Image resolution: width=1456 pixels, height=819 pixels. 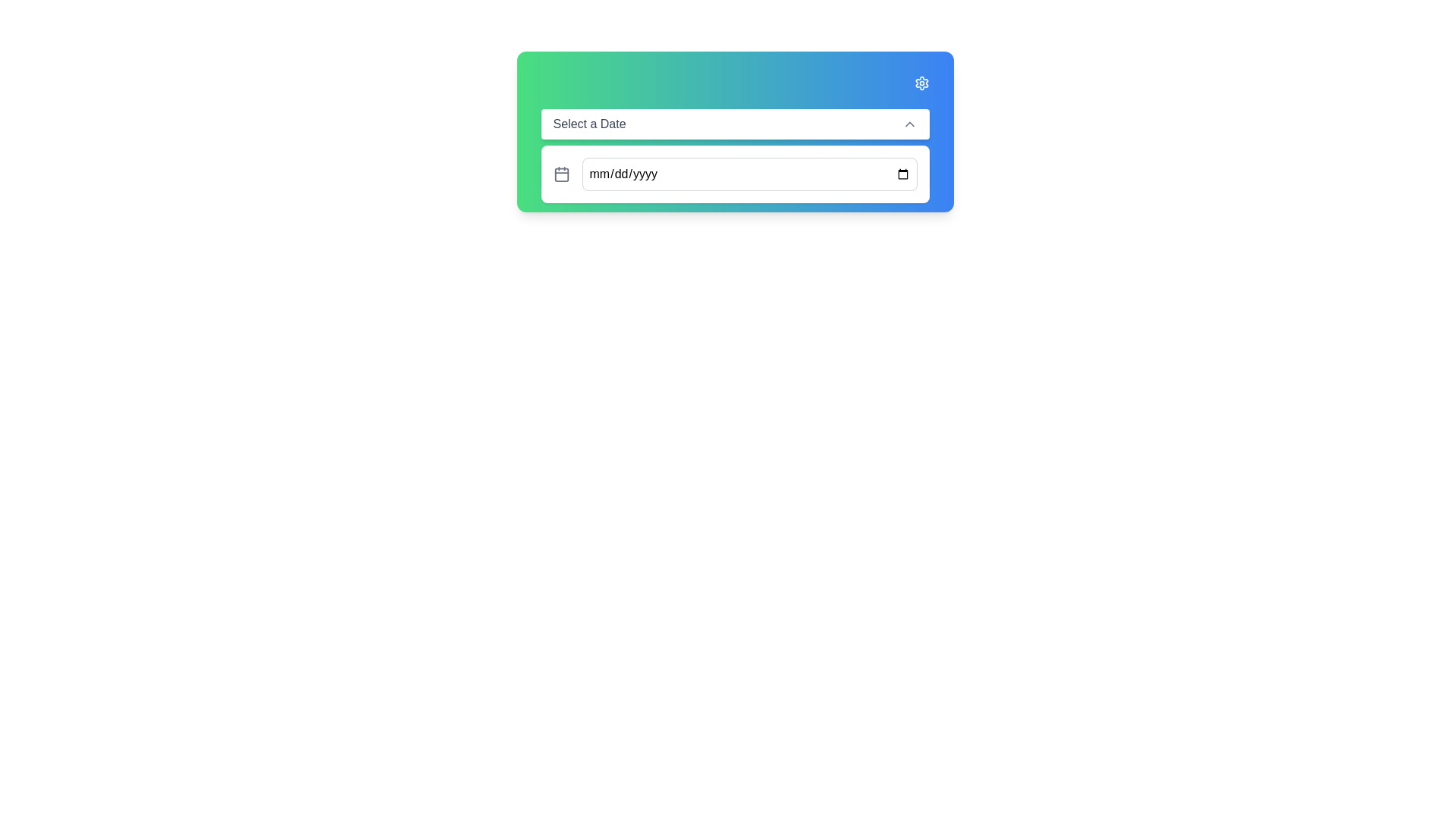 What do you see at coordinates (560, 174) in the screenshot?
I see `the calendar icon, which is a square-shaped graphic with rounded corners located next to the date input field labeled 'mm/dd/yyyy'` at bounding box center [560, 174].